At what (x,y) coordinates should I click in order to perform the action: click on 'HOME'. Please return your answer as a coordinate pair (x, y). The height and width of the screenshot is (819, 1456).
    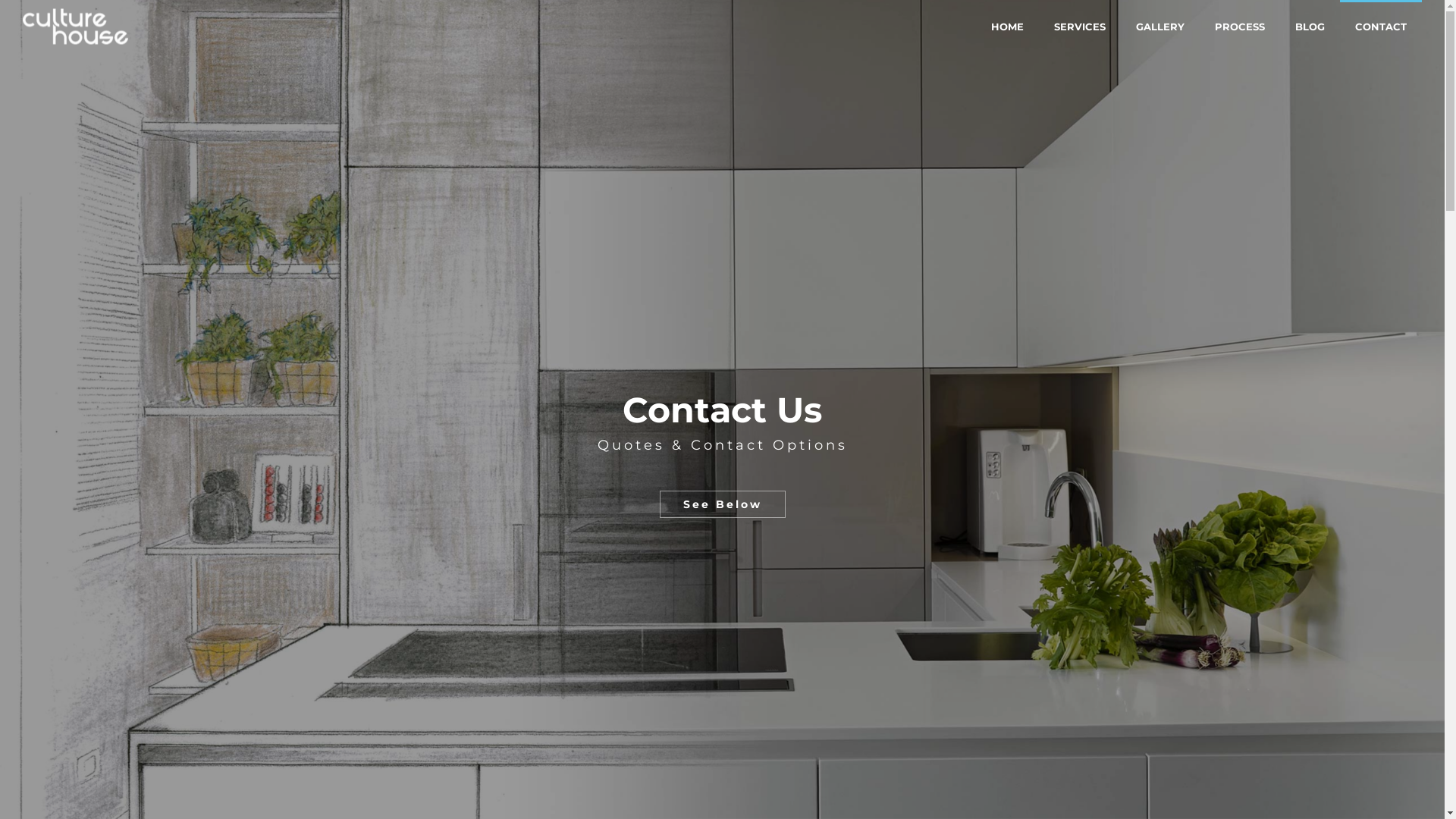
    Looking at the image, I should click on (1007, 26).